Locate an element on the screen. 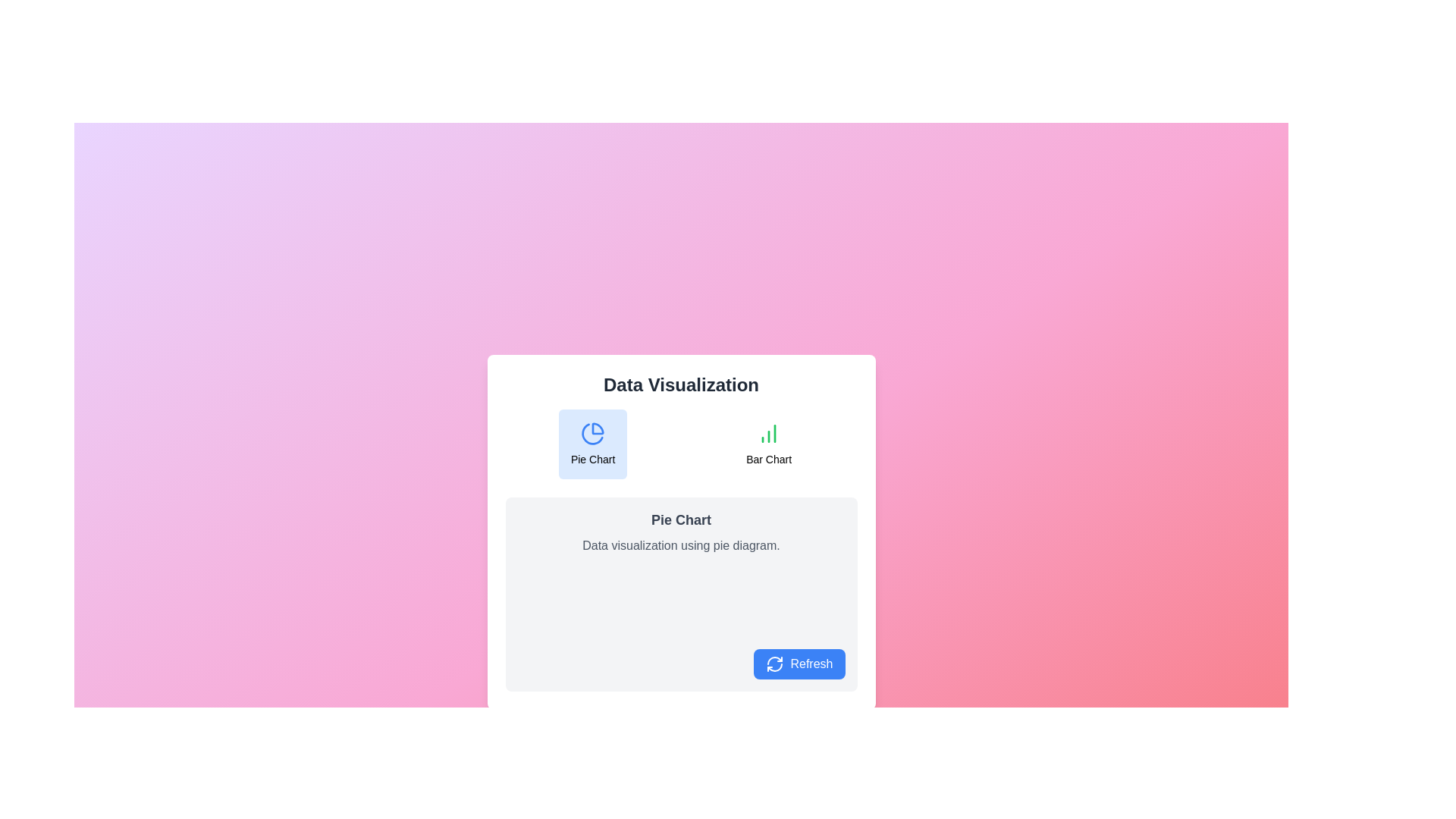 This screenshot has width=1456, height=819. text label displaying 'Pie Chart' located beneath the pie chart icon within the left card of the 'Data Visualization' section is located at coordinates (592, 458).